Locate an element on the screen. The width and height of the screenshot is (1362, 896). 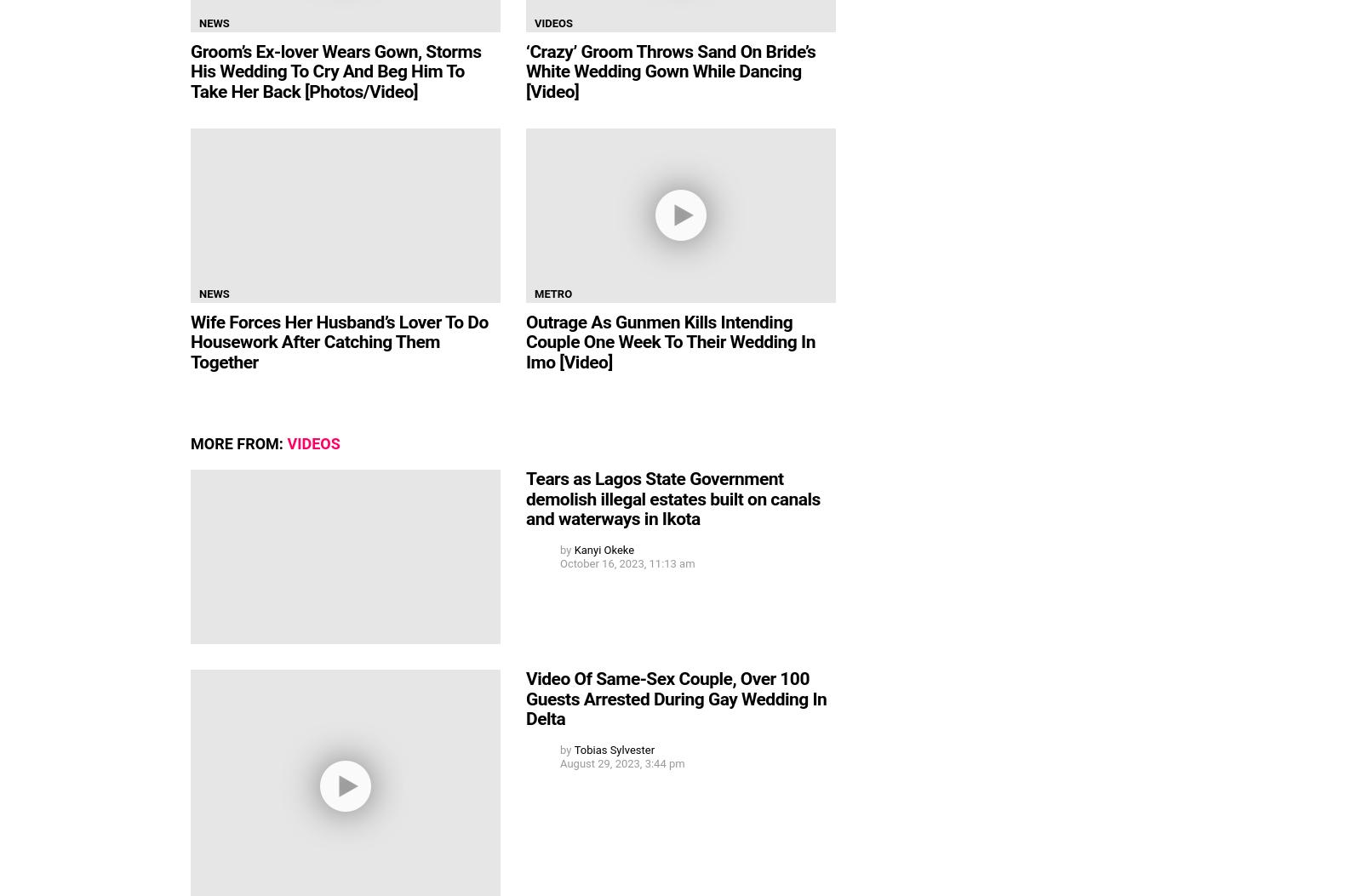
'Video Of Same-Sex Couple, Over 100 Guests Arrested During Gay Wedding In Delta' is located at coordinates (676, 698).